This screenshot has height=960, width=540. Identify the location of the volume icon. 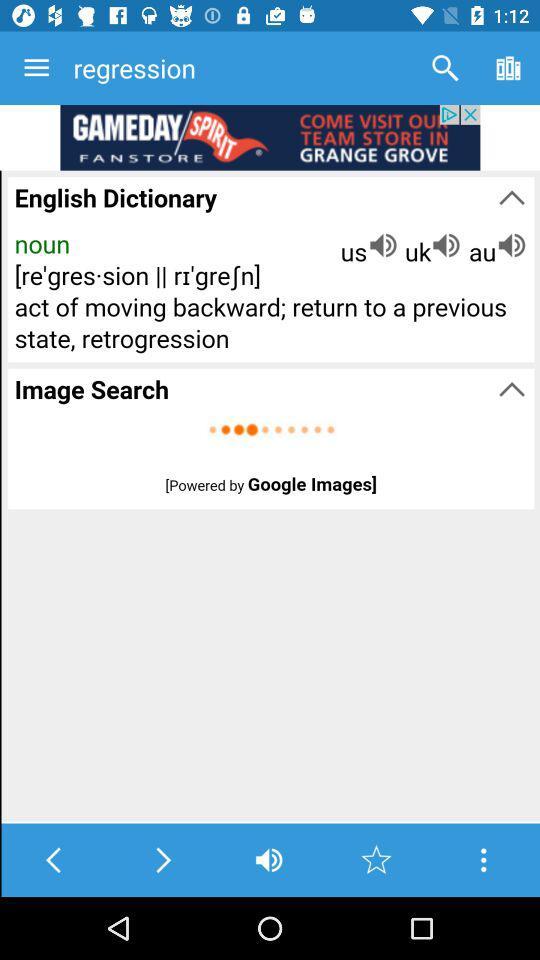
(269, 859).